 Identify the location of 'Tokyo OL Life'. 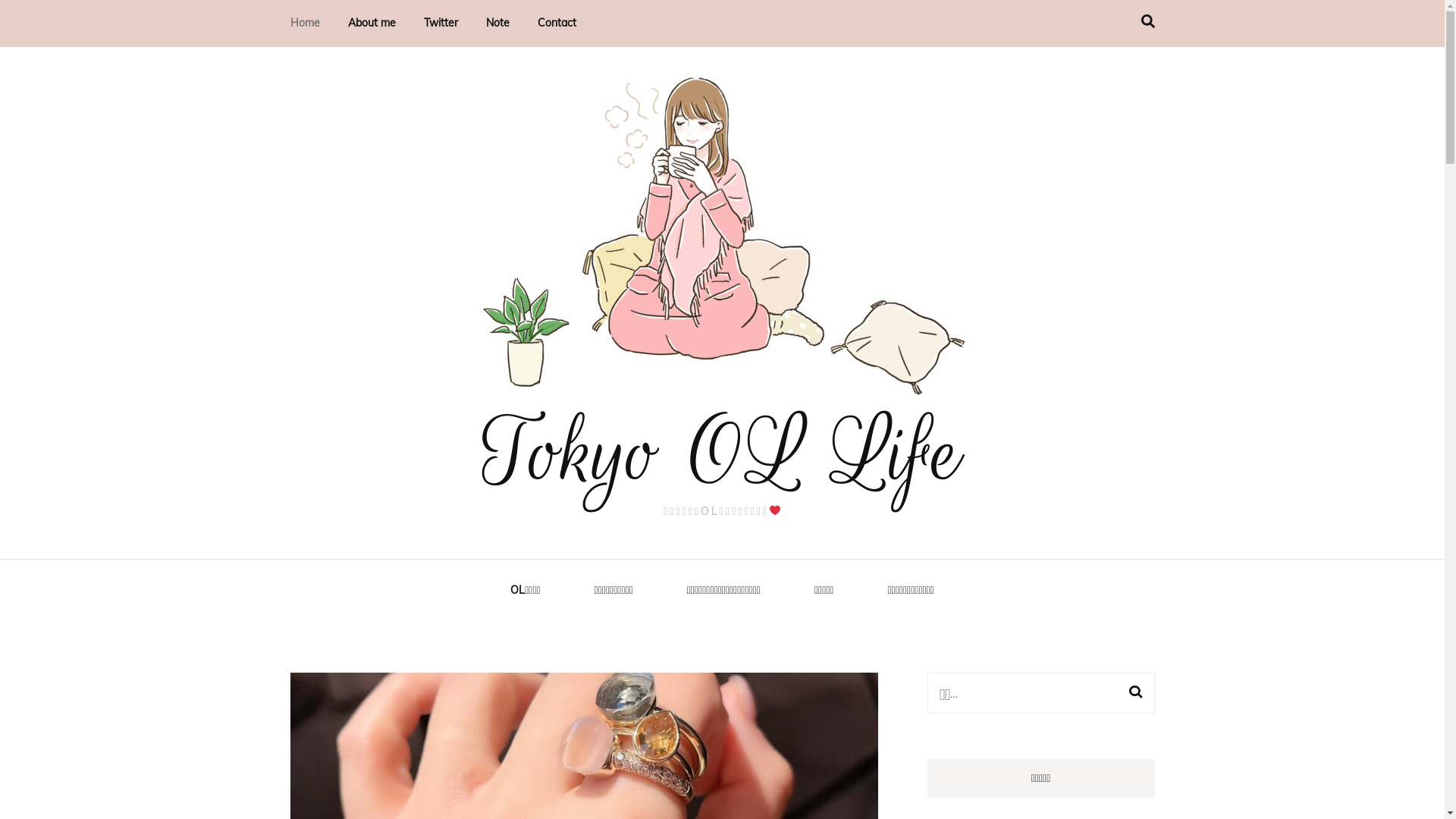
(721, 452).